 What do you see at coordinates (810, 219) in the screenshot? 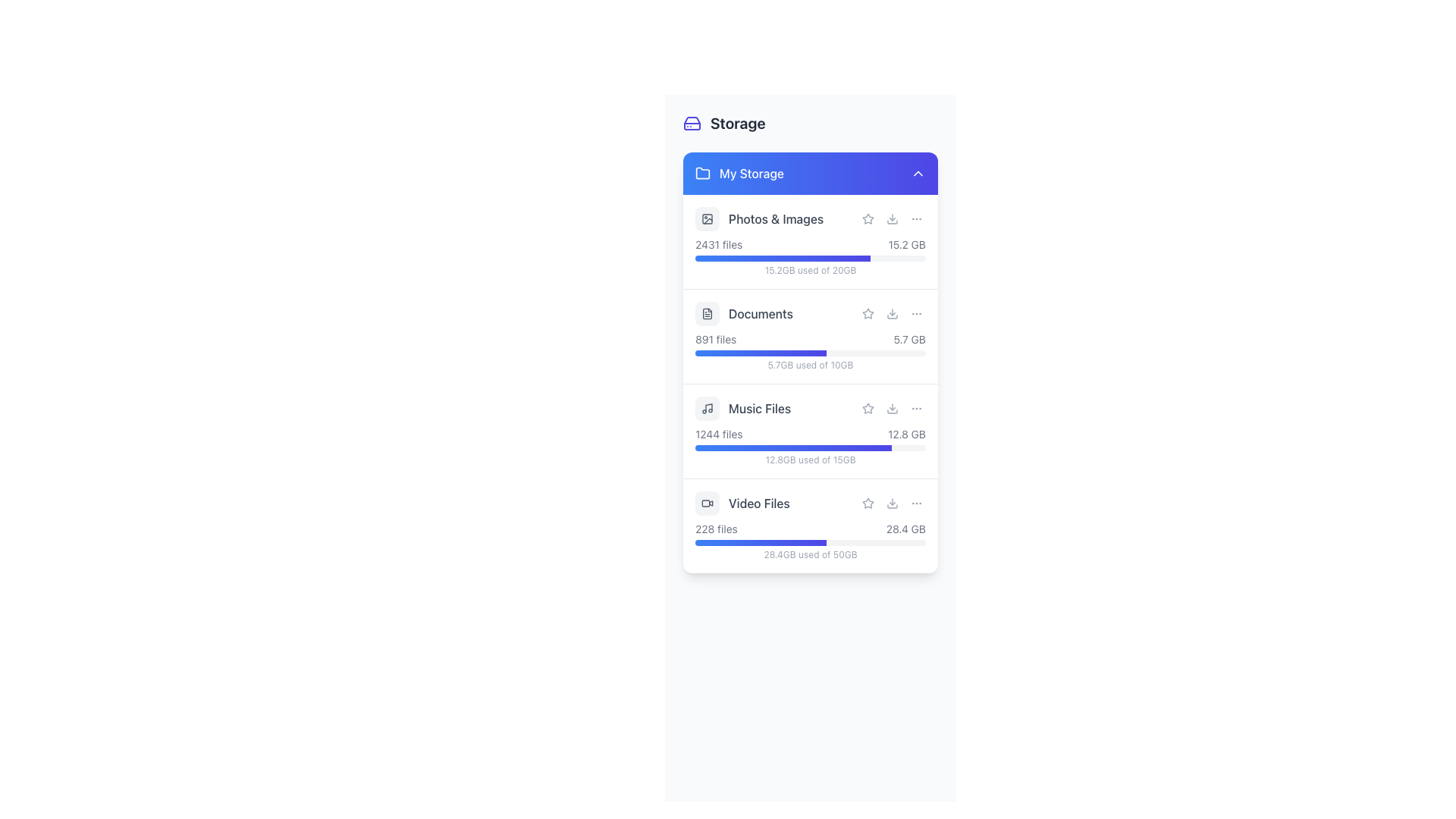
I see `the 'Photos & Images' category title with icon, which is styled in medium-weight gray font and features an icon of a square with a mountain and sun, located at the topmost row of categories under 'My Storage'` at bounding box center [810, 219].